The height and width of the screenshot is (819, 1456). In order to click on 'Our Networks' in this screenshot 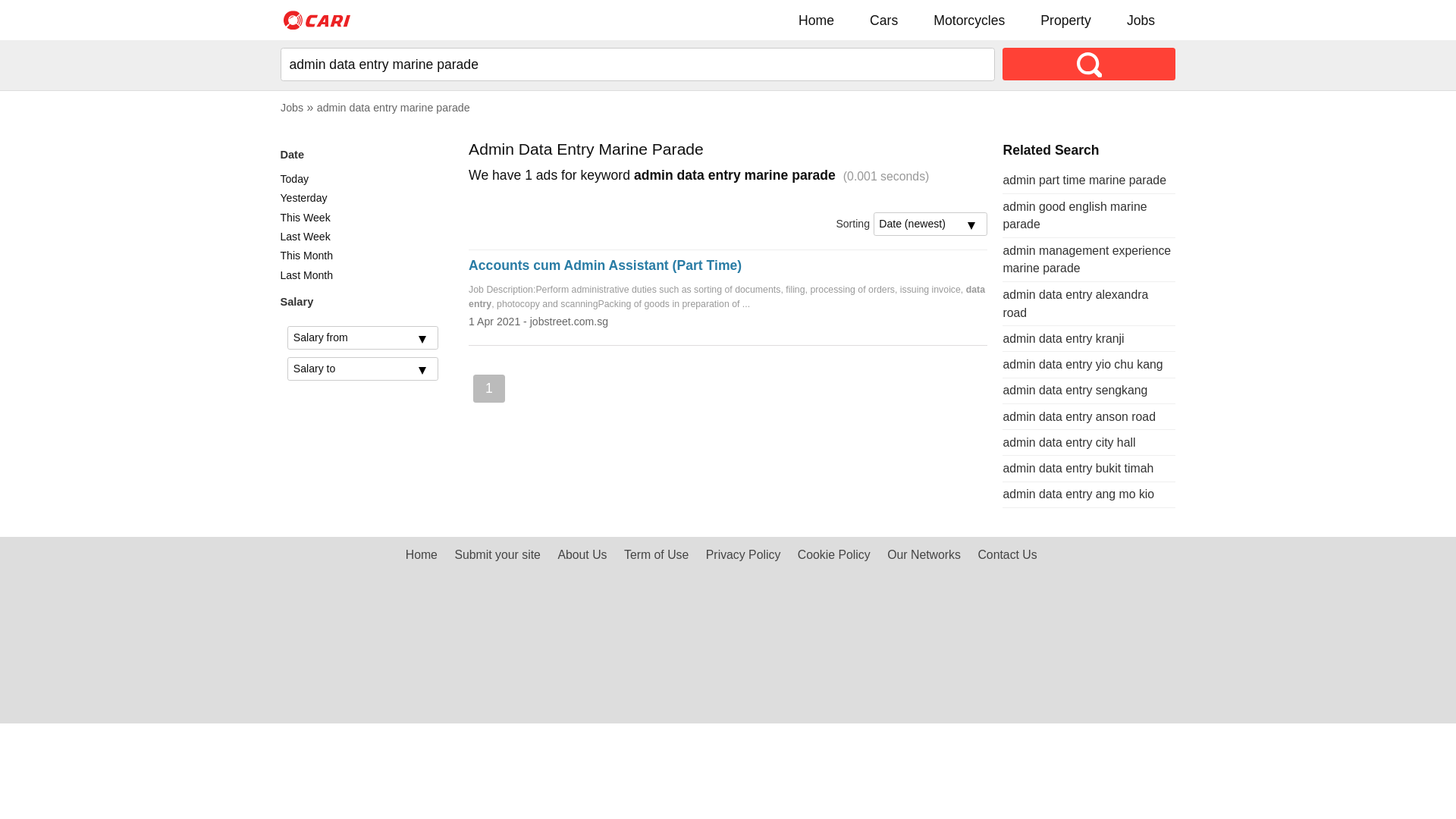, I will do `click(923, 554)`.